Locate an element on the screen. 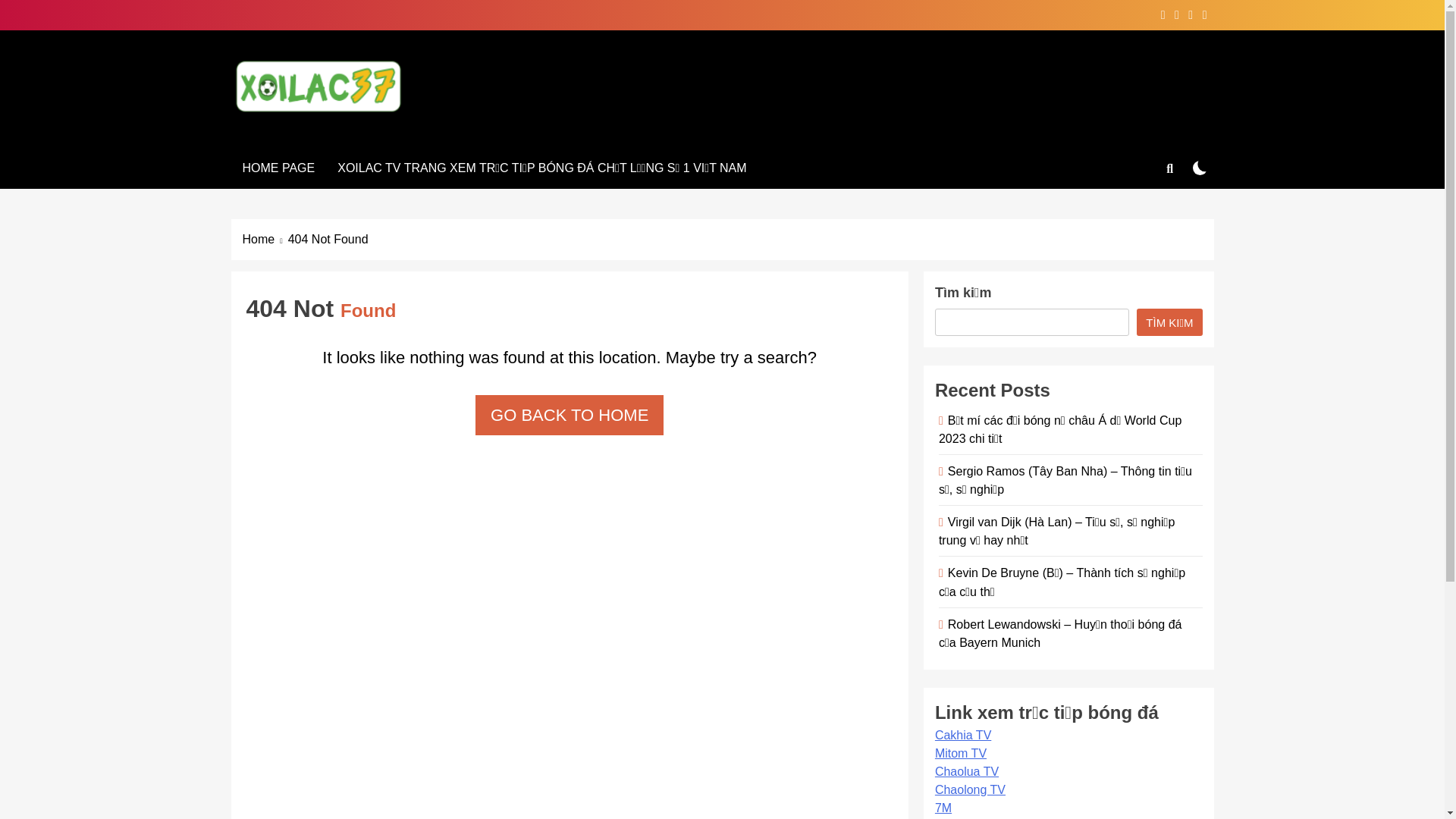 This screenshot has height=819, width=1456. 'HOME PAGE' is located at coordinates (278, 168).